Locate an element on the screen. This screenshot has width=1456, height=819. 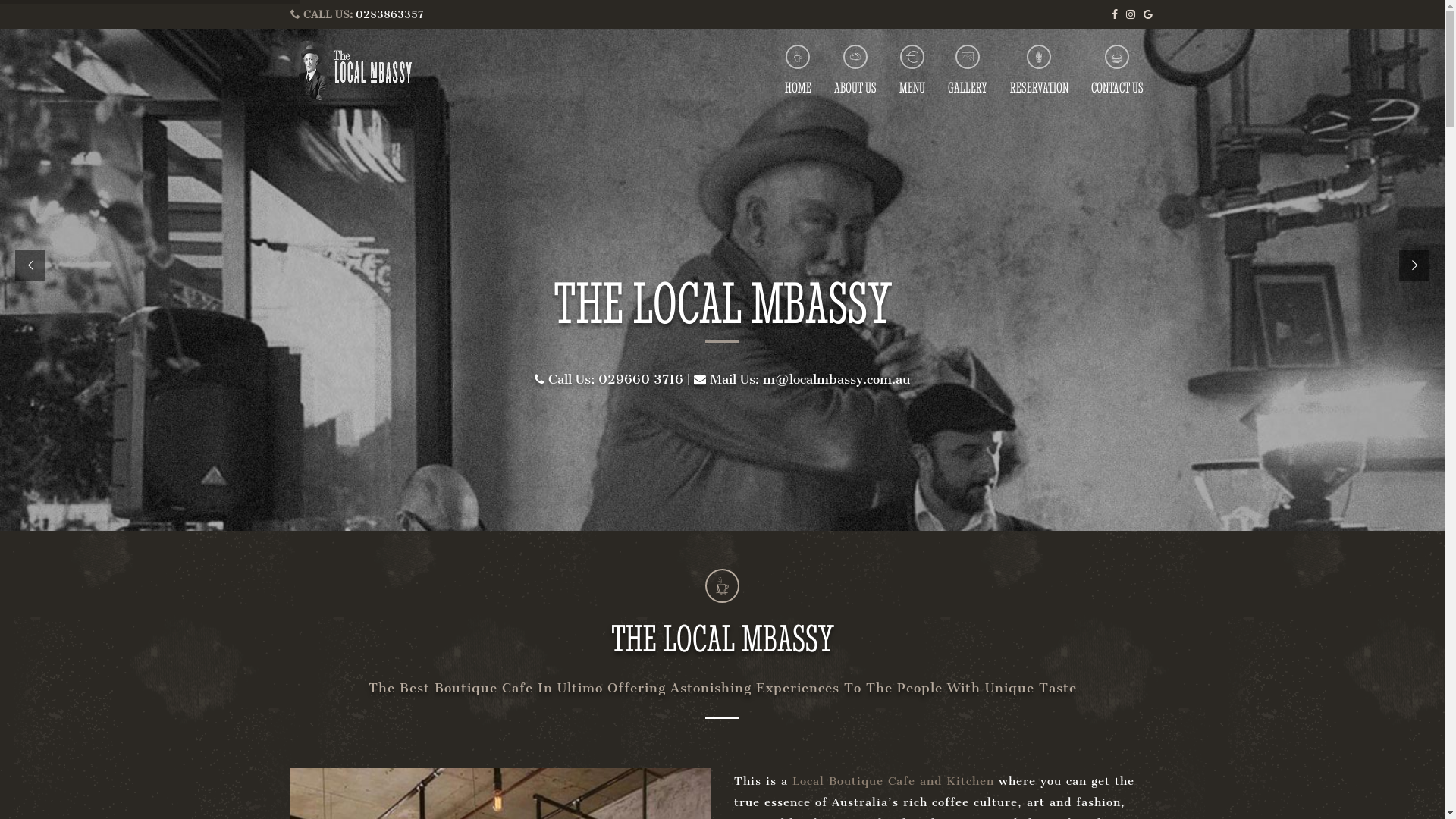
'CONTACT US' is located at coordinates (1090, 70).